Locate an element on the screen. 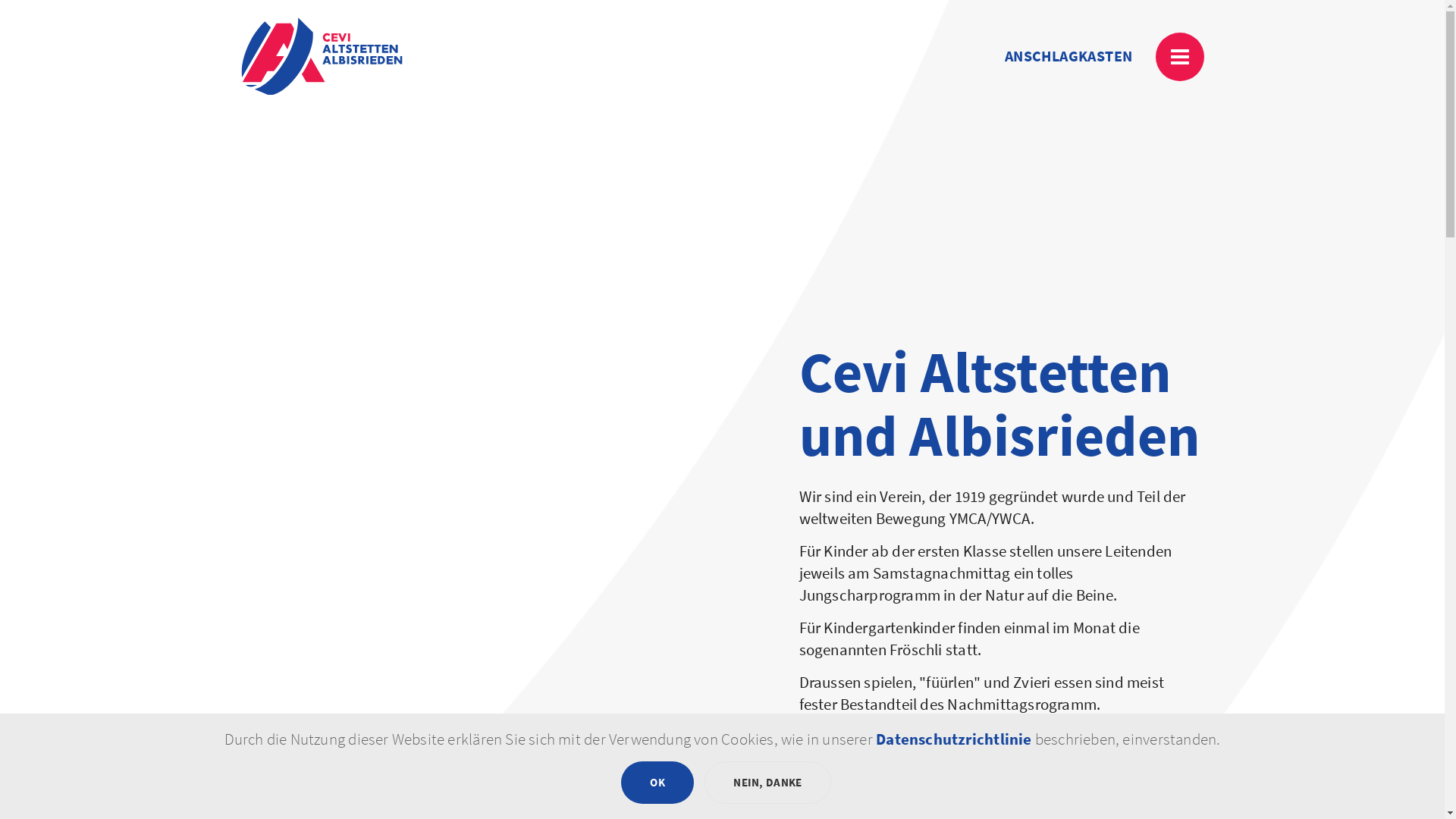 The width and height of the screenshot is (1456, 819). 'Datenschutzrichtlinie' is located at coordinates (954, 738).